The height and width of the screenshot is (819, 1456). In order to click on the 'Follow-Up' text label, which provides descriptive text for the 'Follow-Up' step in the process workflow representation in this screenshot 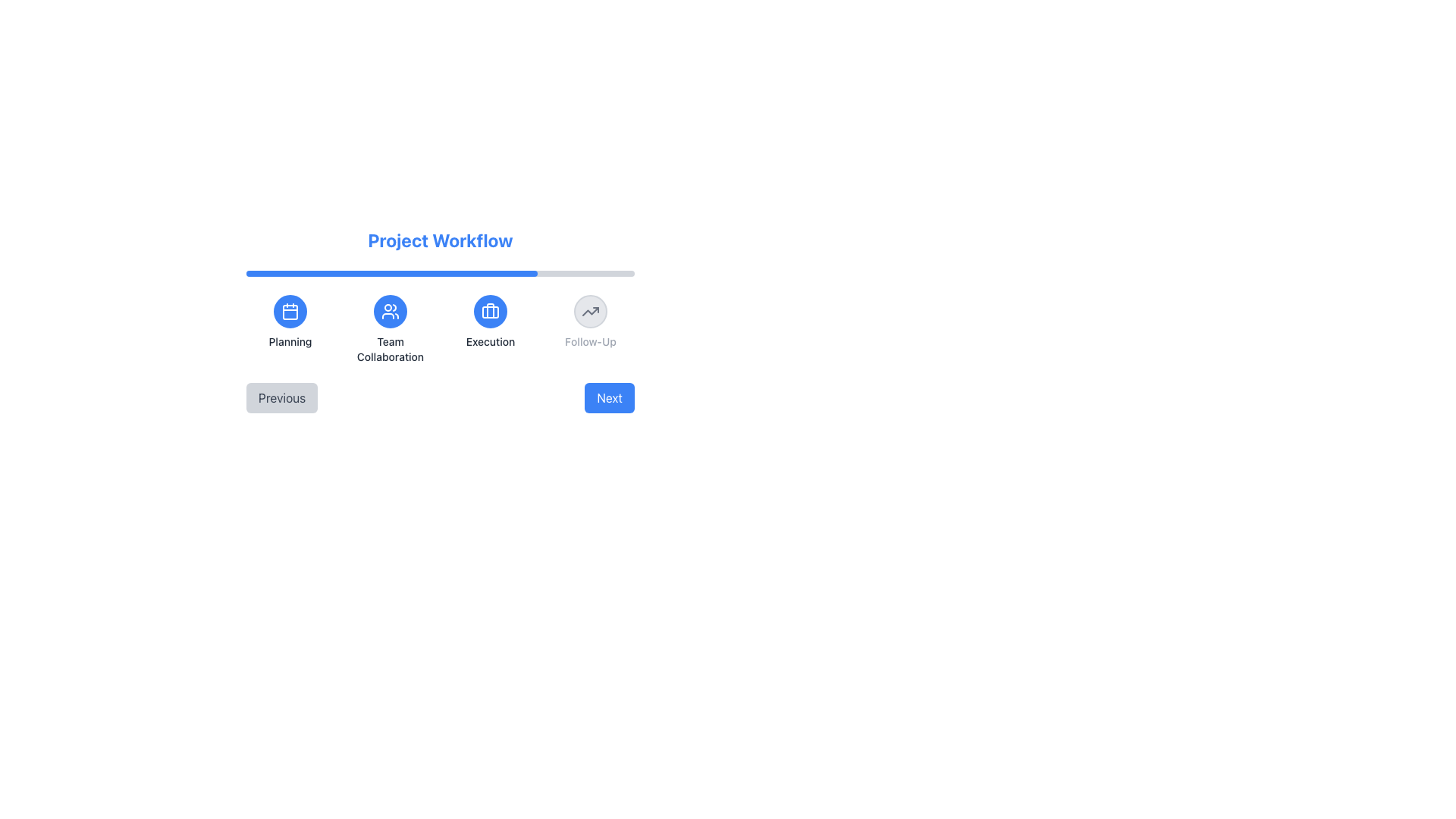, I will do `click(589, 342)`.